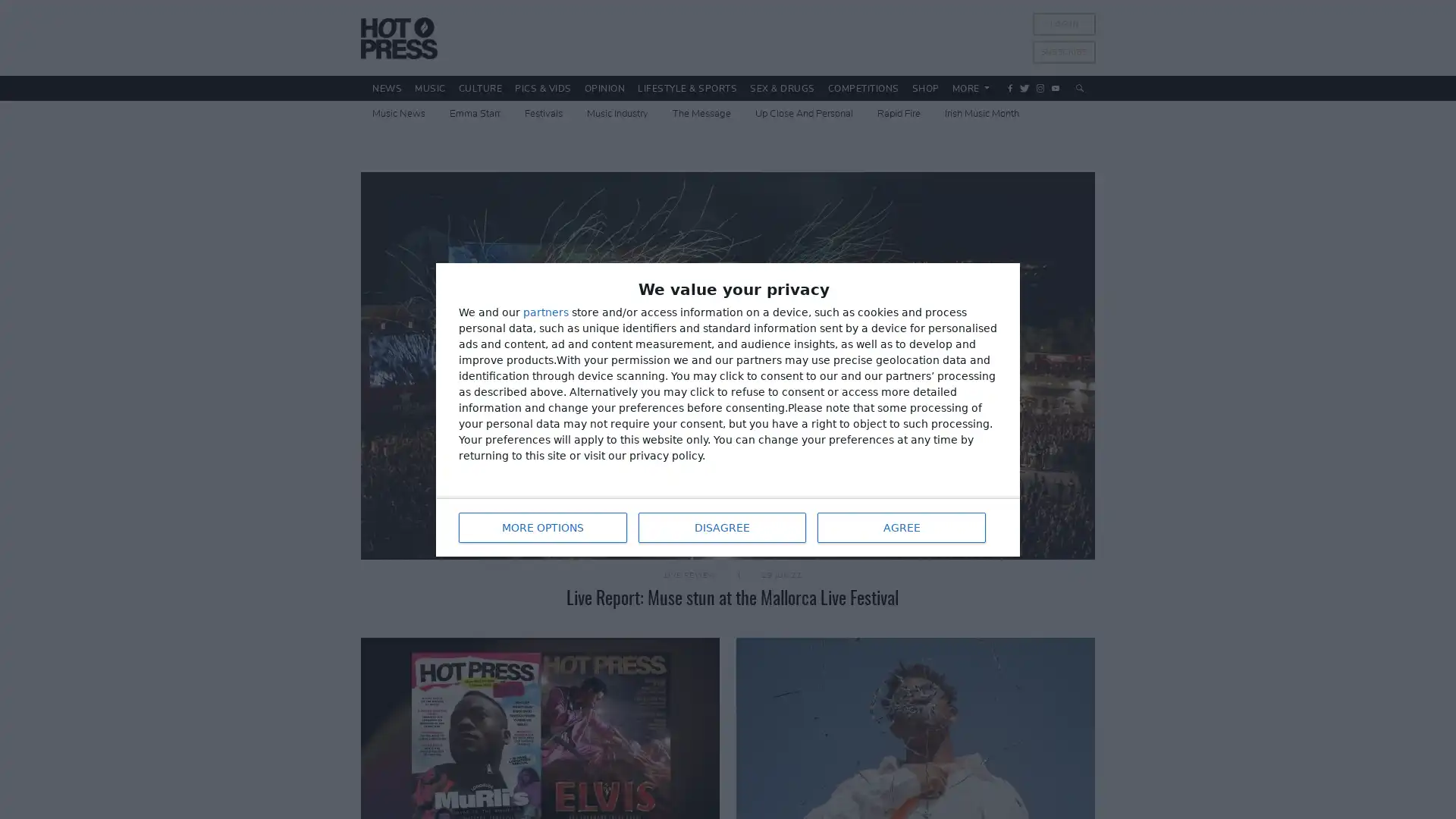 The height and width of the screenshot is (819, 1456). I want to click on partners, so click(546, 311).